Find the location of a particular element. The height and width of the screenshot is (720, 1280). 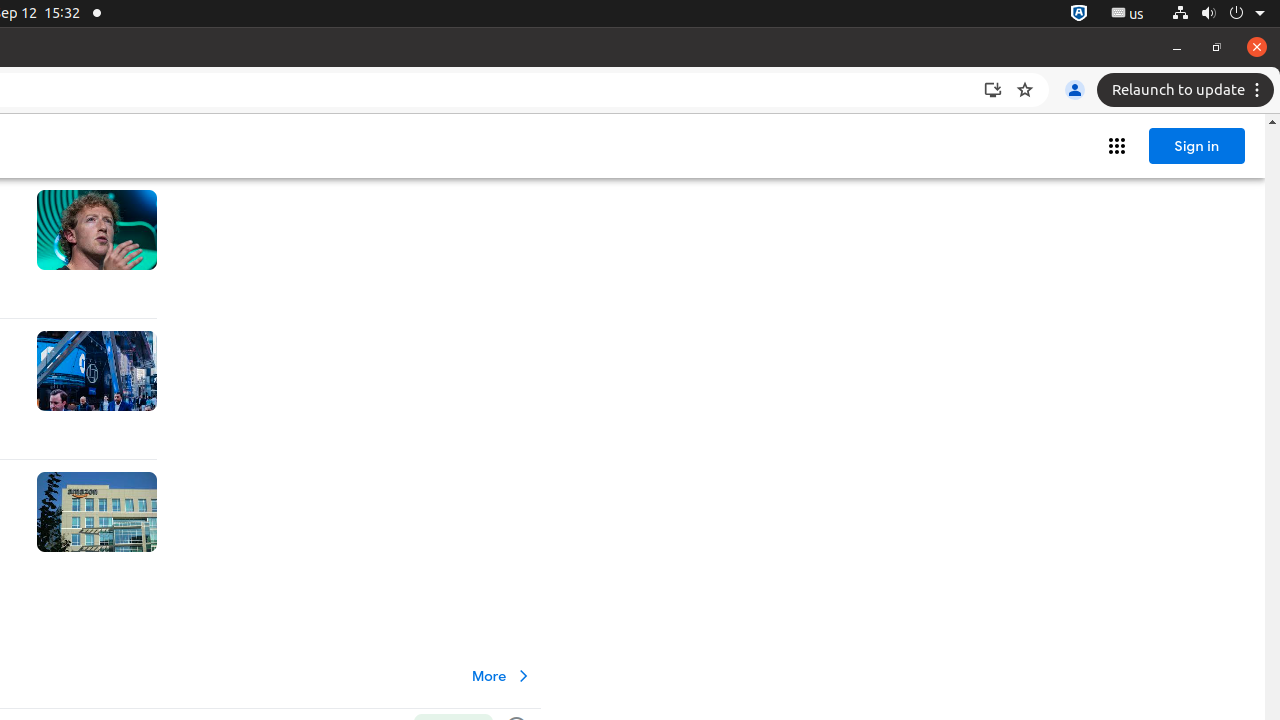

'System' is located at coordinates (1217, 13).